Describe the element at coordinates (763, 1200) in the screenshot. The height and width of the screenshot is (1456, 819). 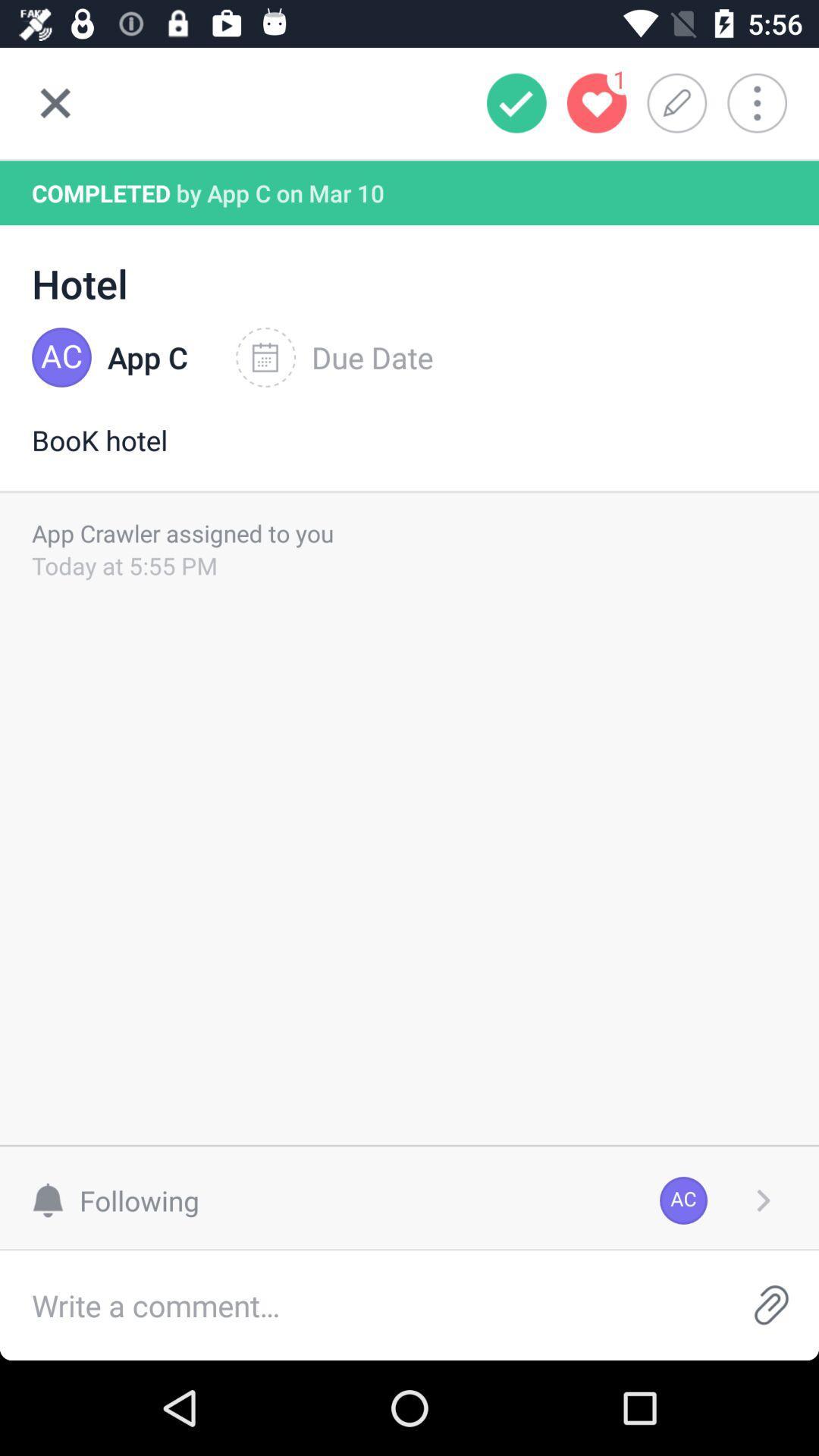
I see `the item next to the ac` at that location.